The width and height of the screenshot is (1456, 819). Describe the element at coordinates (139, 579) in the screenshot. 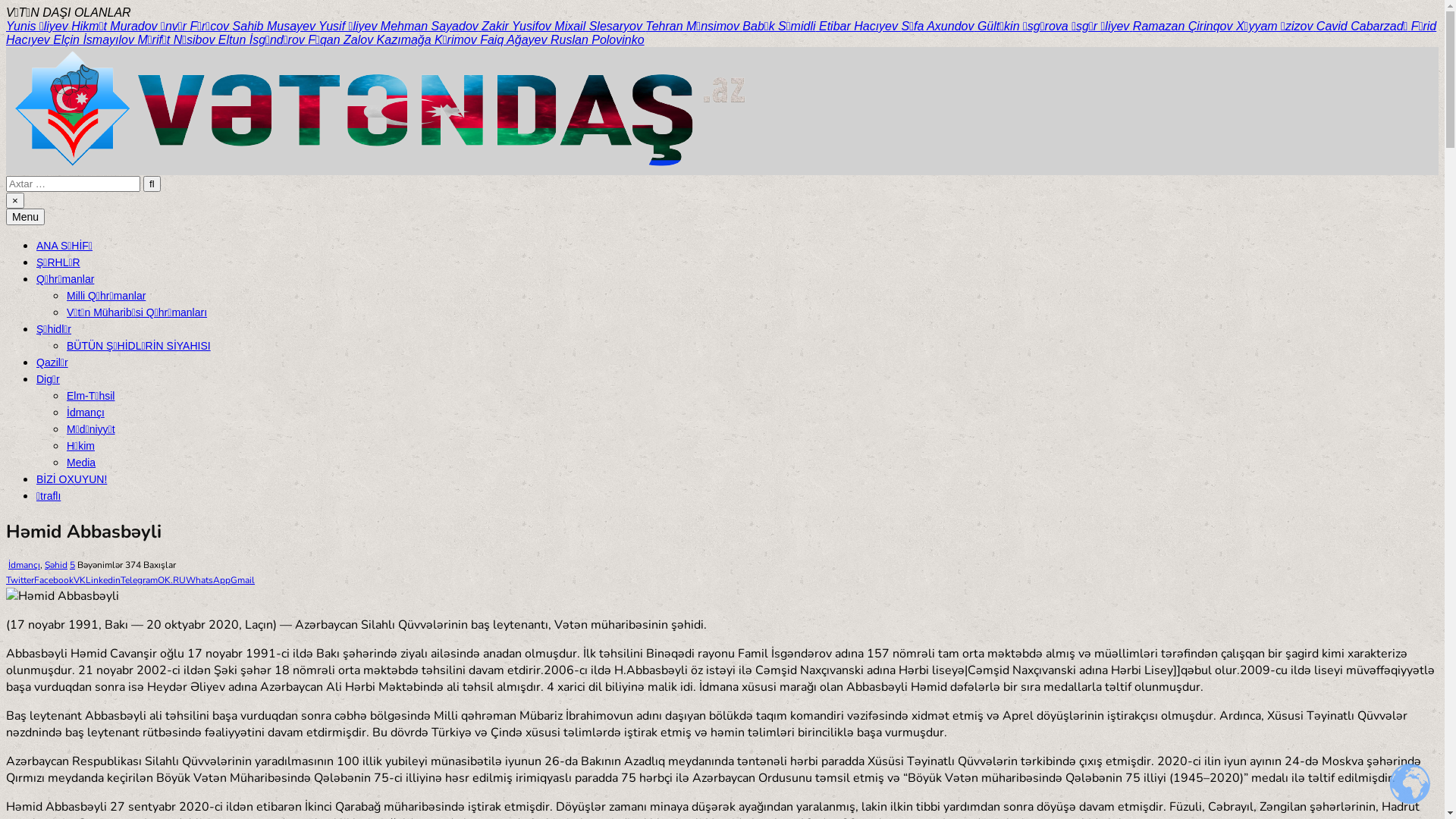

I see `'Telegram'` at that location.